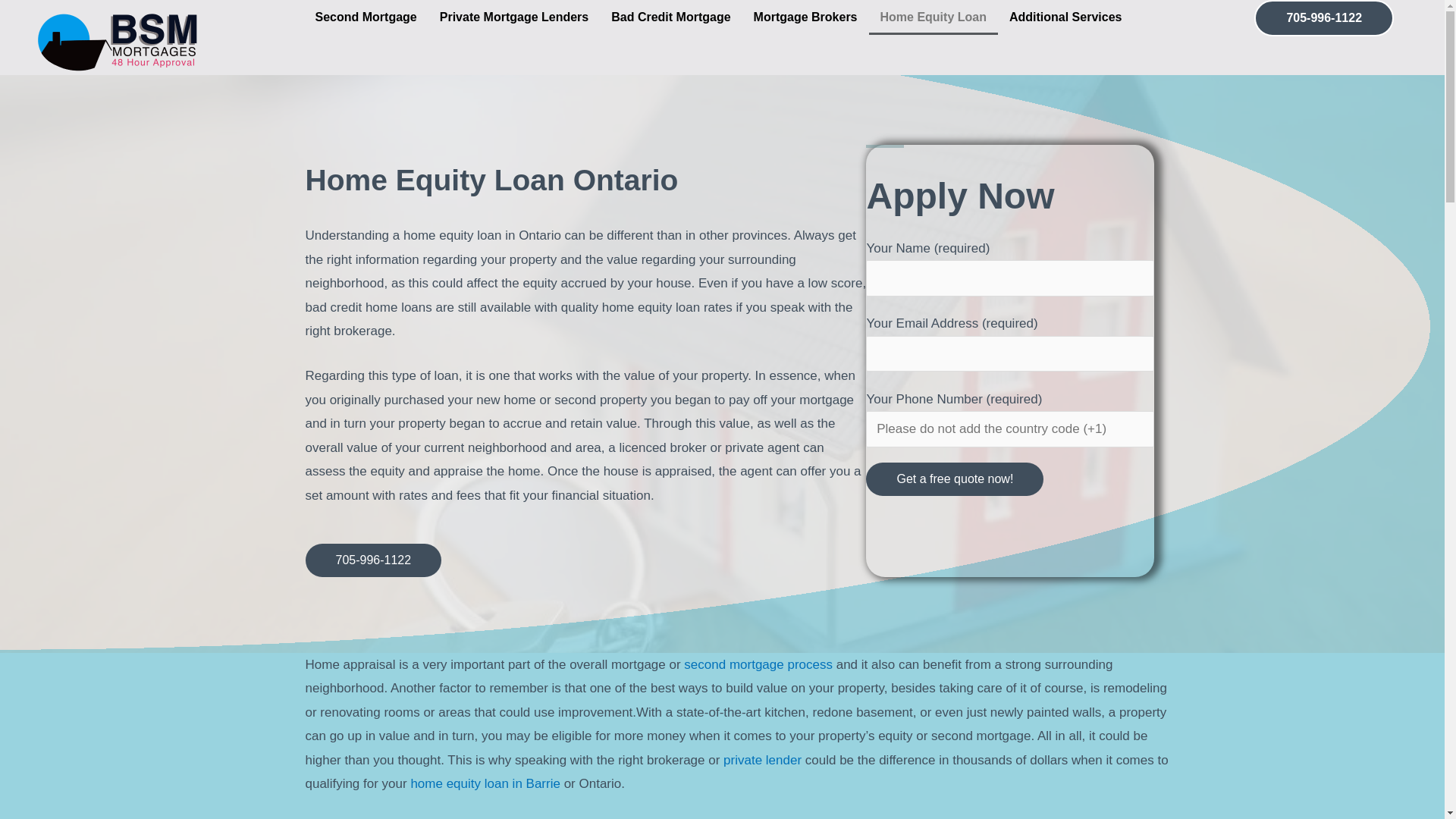 The image size is (1456, 819). I want to click on 'Private Mortgage Lenders', so click(514, 17).